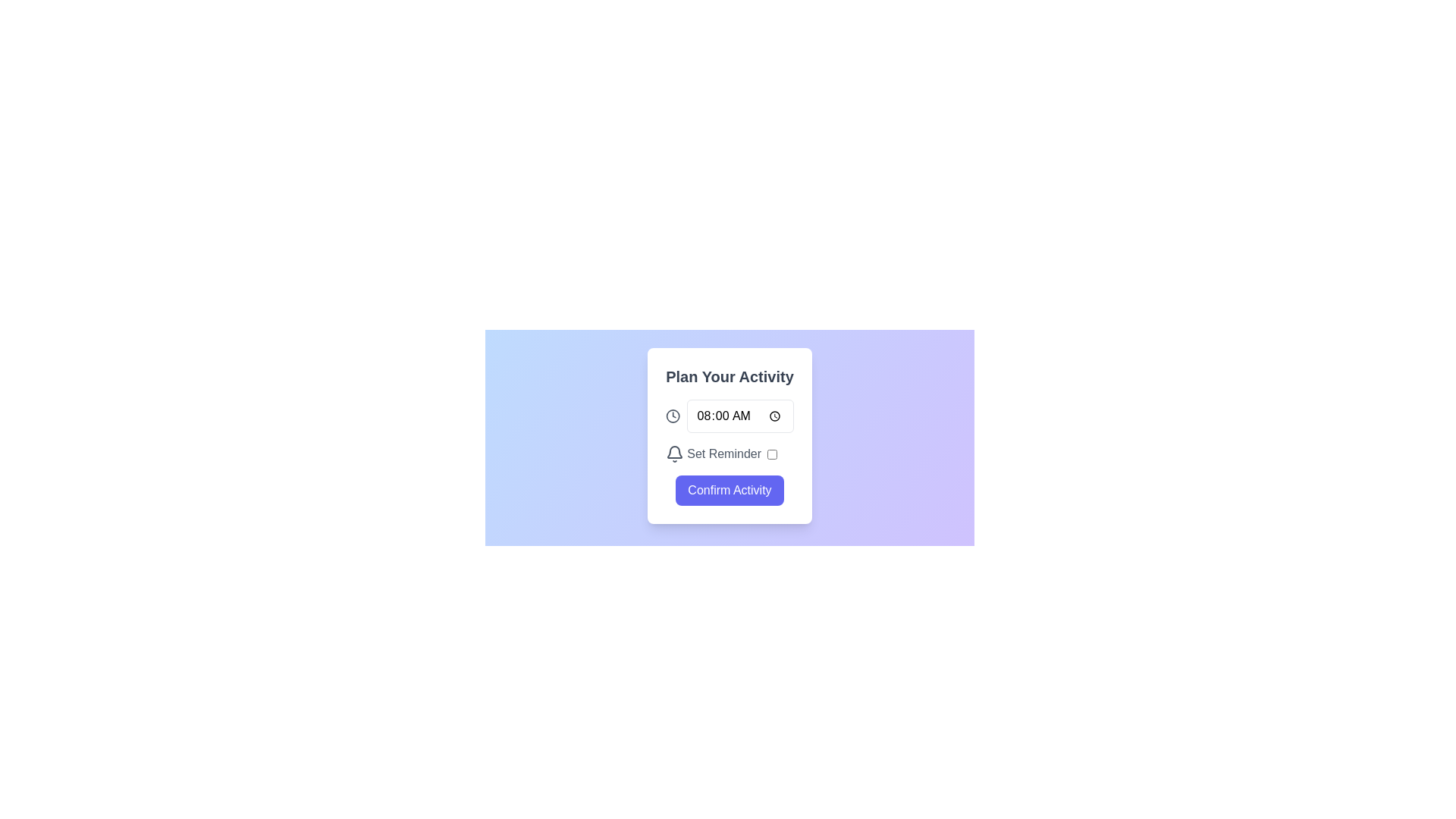 This screenshot has width=1456, height=819. Describe the element at coordinates (730, 416) in the screenshot. I see `the input field for selecting time in the composite component located beneath the title 'Plan Your Activity'` at that location.